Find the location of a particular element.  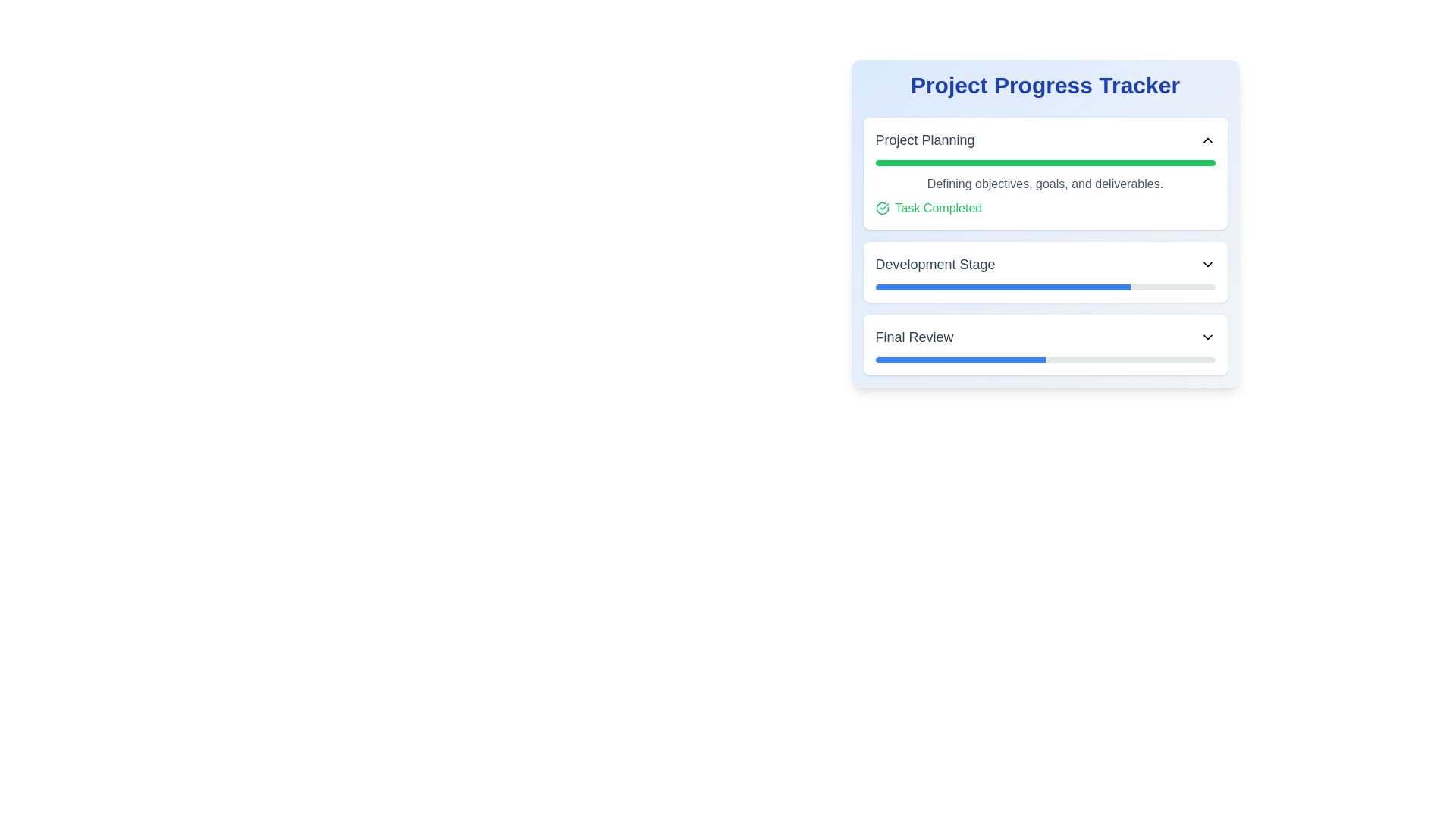

the completion percentage of the 'Final Review' progress bar is located at coordinates (922, 359).